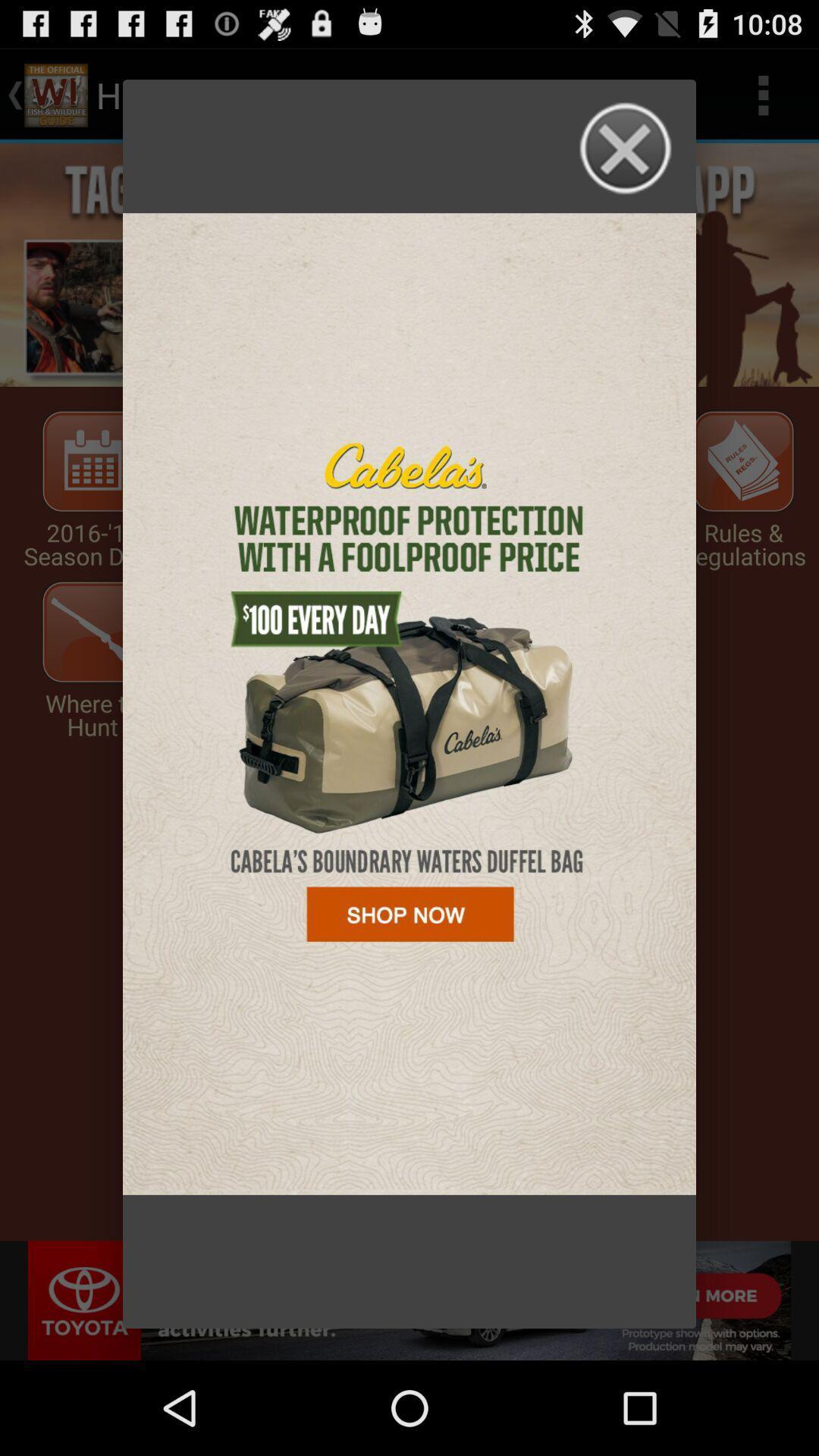 This screenshot has width=819, height=1456. I want to click on close, so click(626, 149).